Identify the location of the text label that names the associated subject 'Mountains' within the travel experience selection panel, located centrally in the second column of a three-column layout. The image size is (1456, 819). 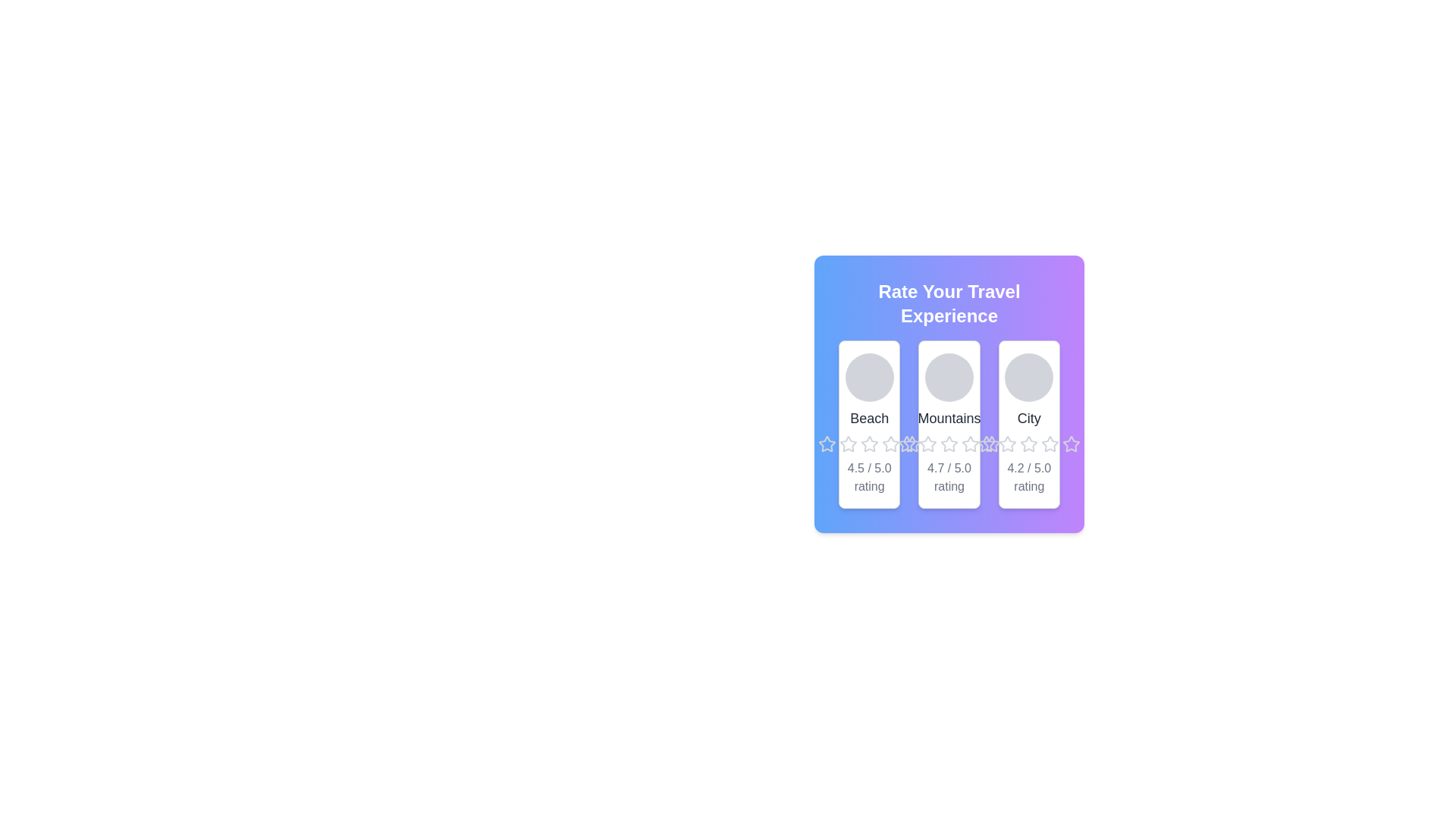
(949, 418).